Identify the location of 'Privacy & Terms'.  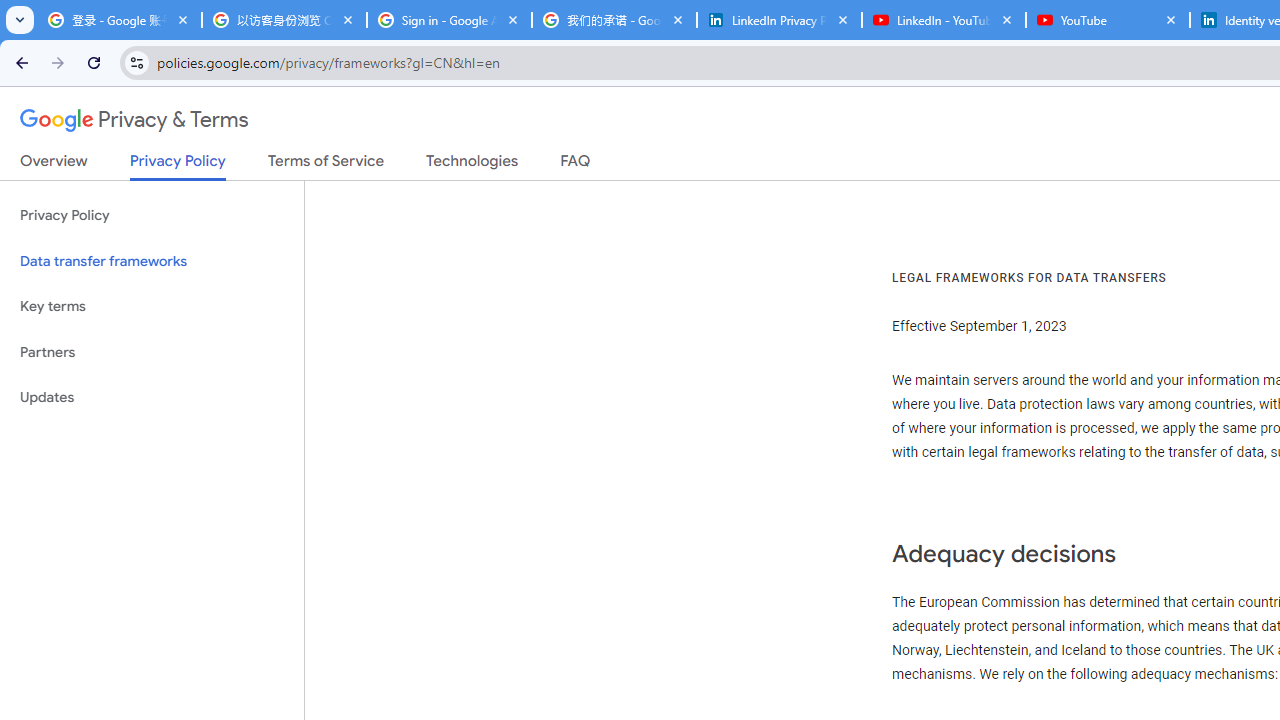
(134, 120).